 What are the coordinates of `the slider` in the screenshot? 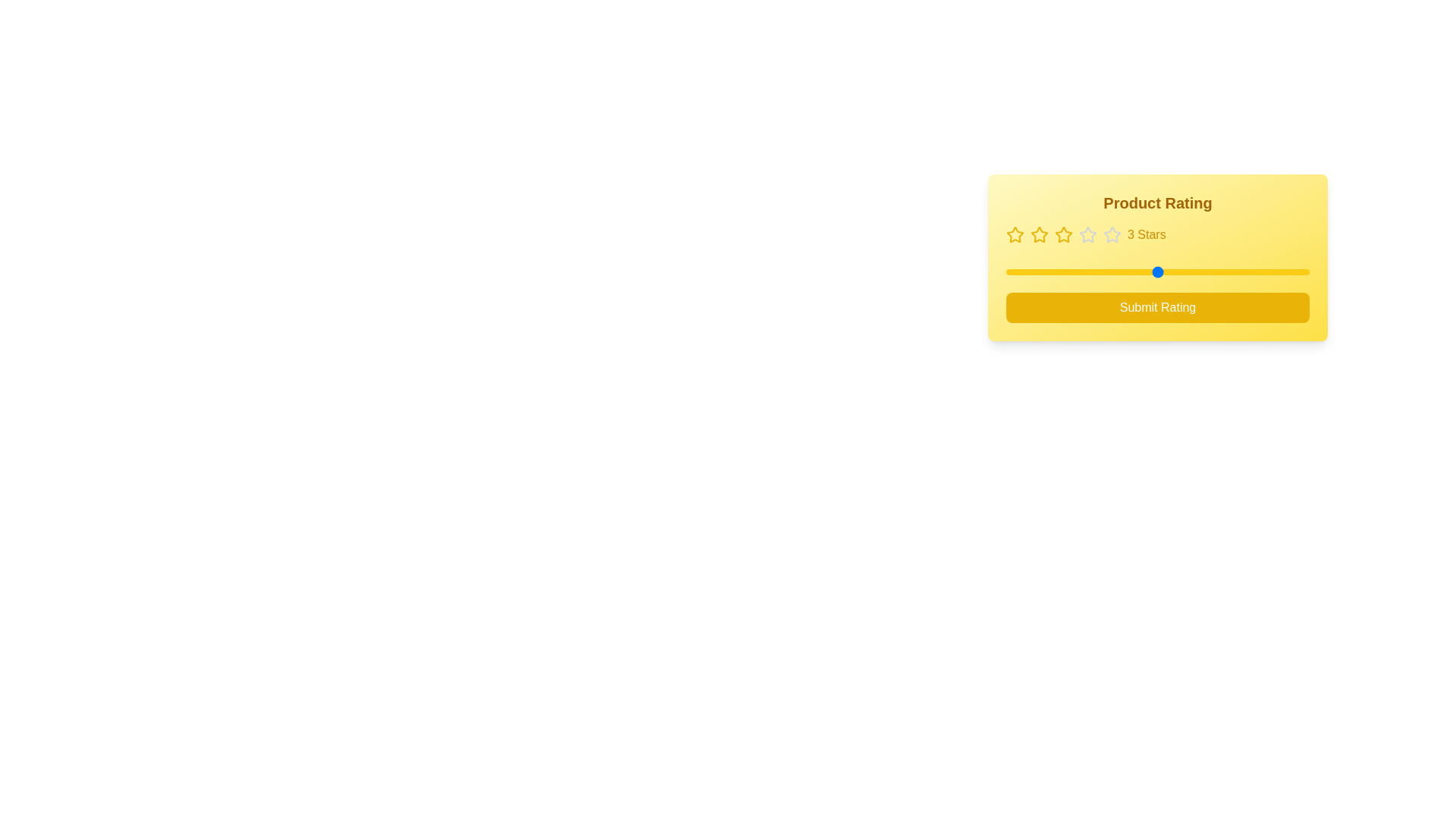 It's located at (1156, 271).